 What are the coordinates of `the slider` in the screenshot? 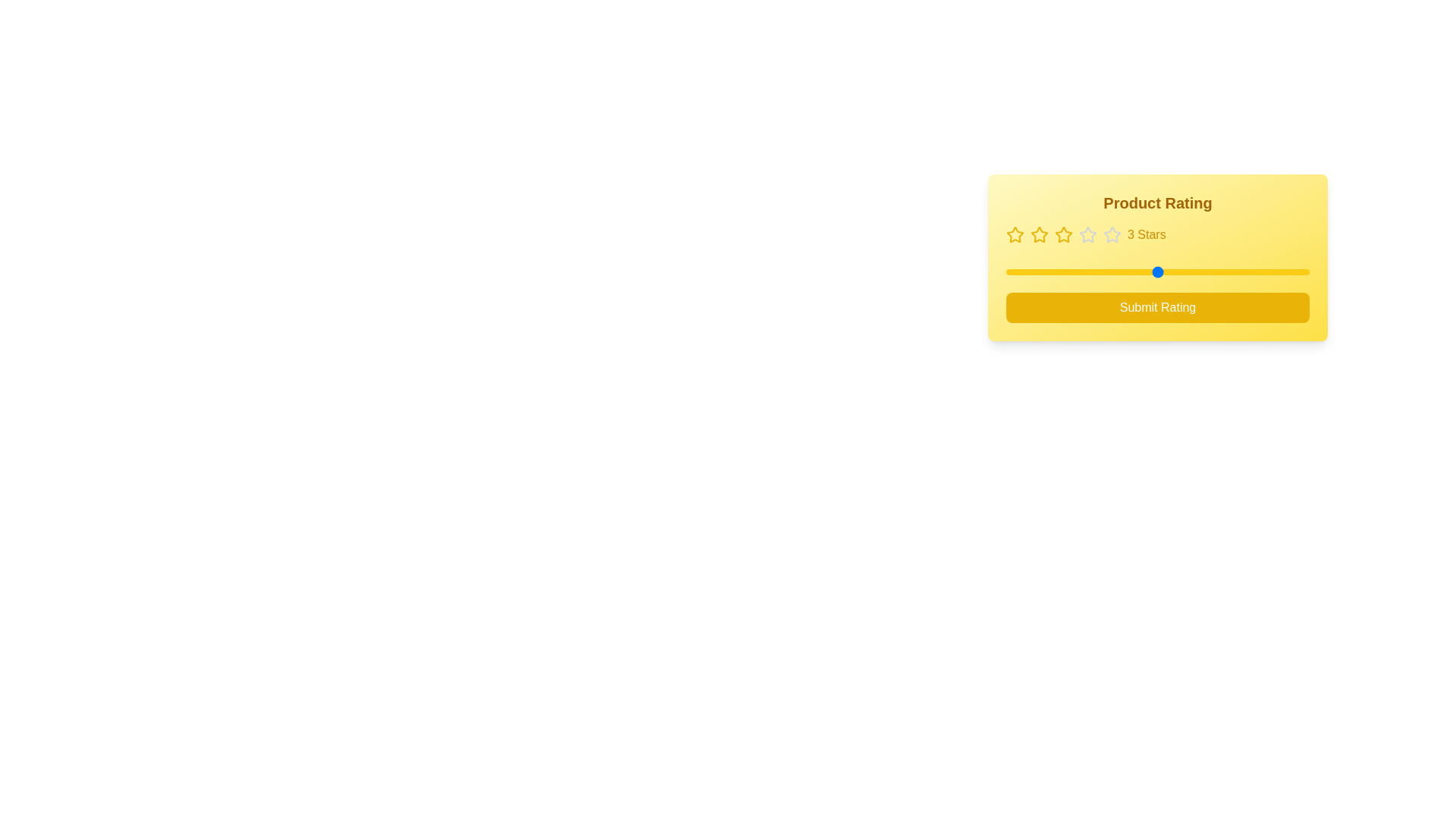 It's located at (1156, 271).